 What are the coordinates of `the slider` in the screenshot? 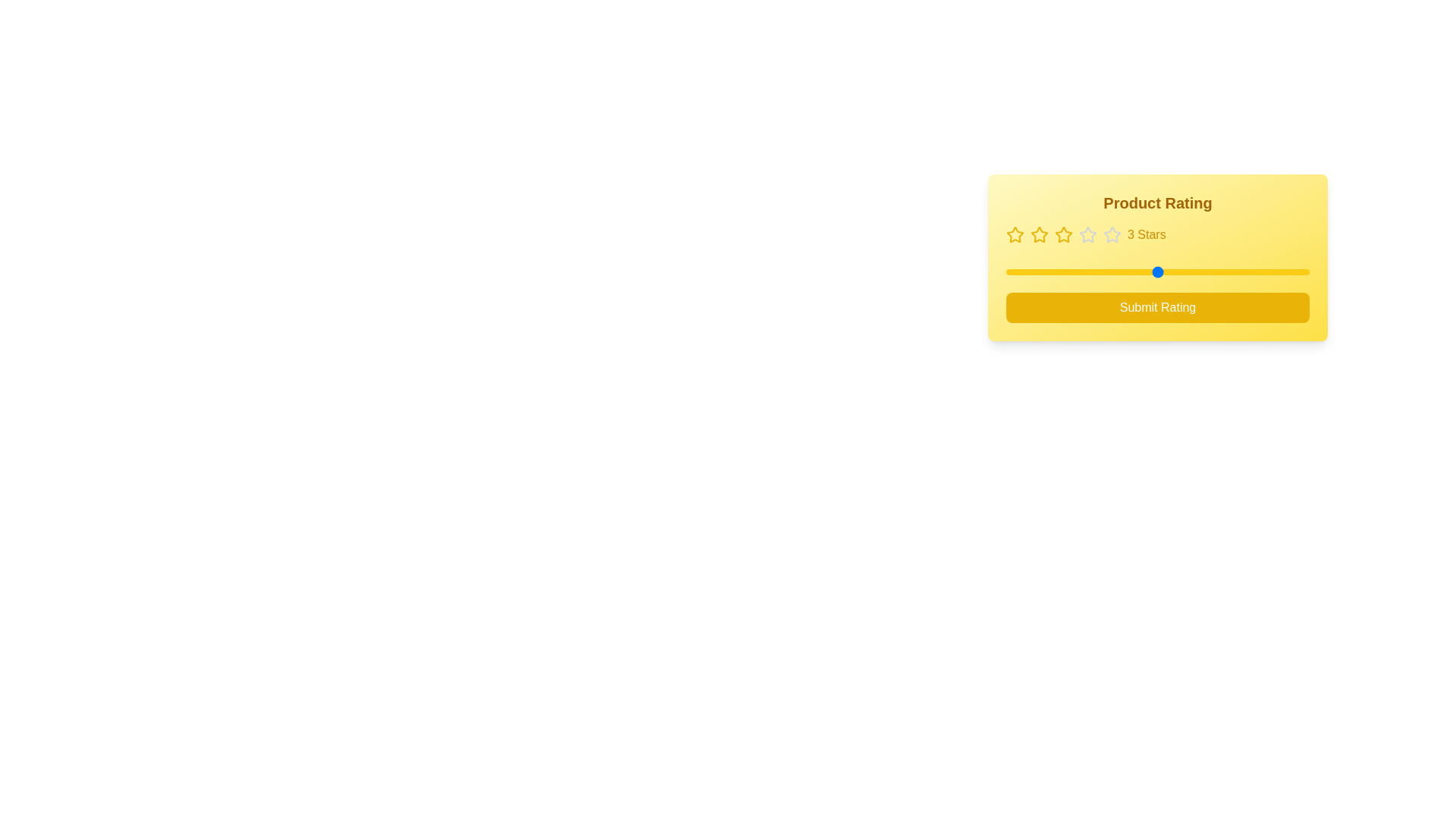 It's located at (1156, 271).